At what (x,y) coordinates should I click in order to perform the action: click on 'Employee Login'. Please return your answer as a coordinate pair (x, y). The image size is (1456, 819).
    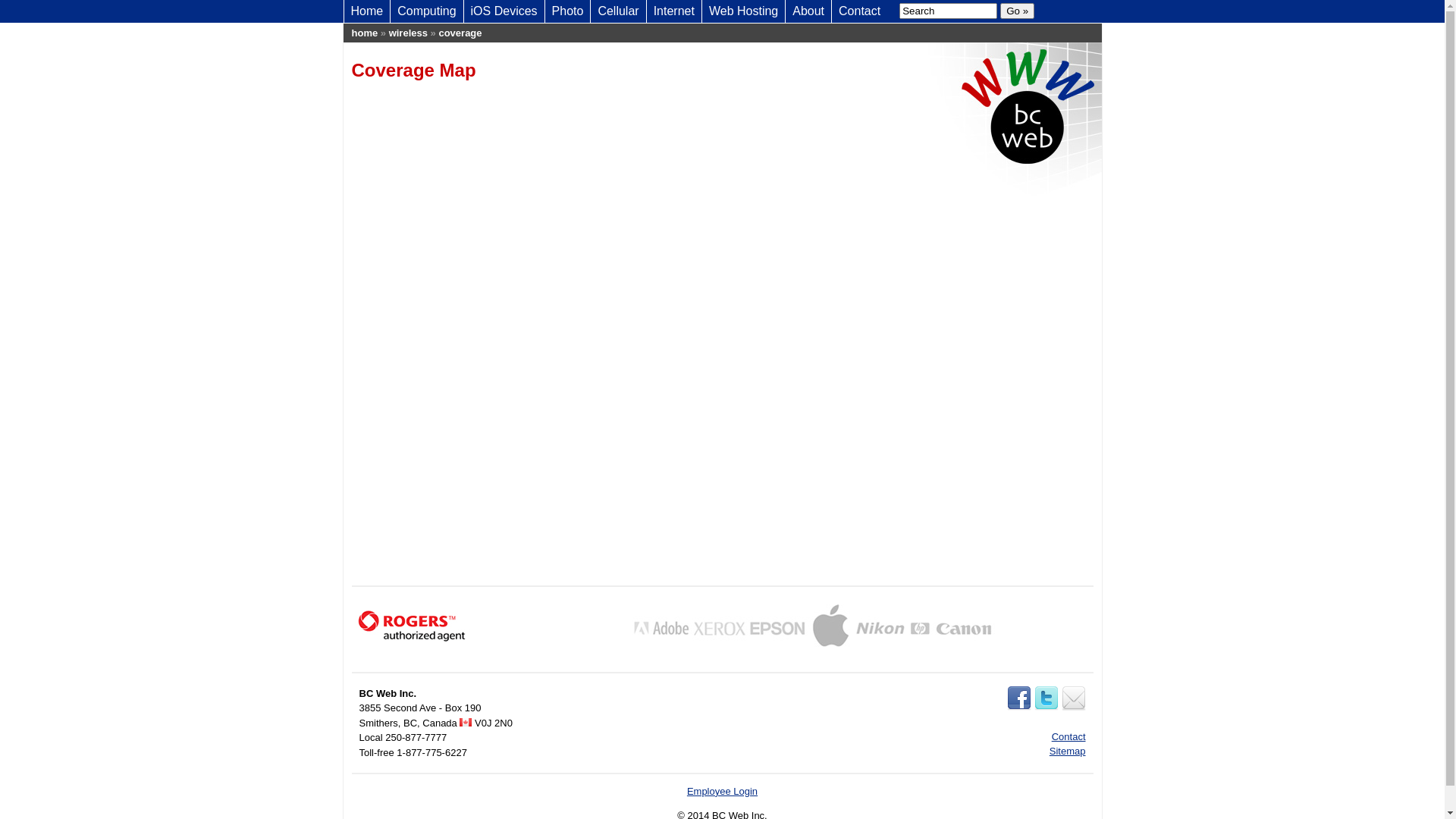
    Looking at the image, I should click on (721, 790).